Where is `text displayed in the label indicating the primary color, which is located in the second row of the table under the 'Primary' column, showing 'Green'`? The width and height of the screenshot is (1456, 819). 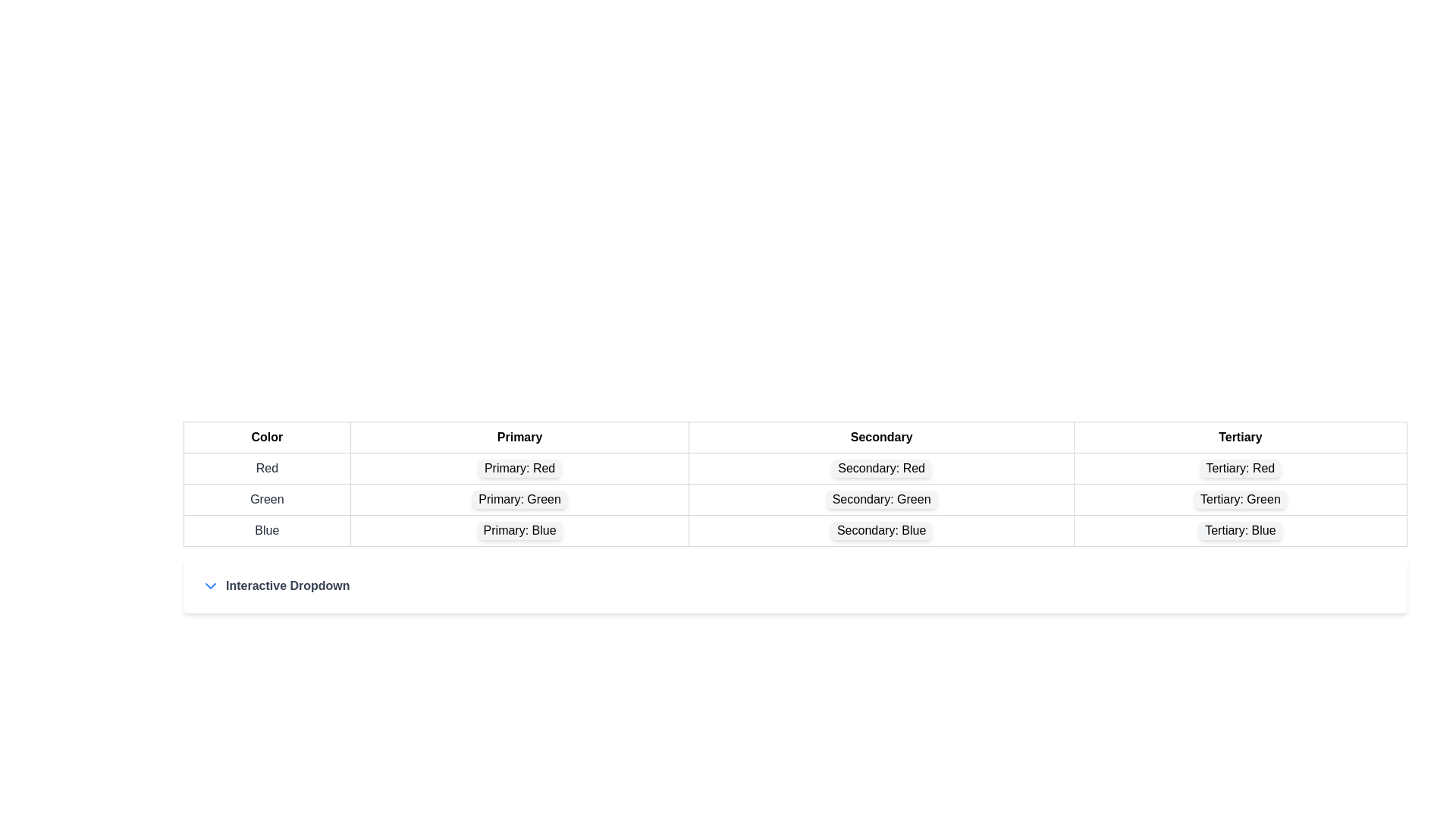 text displayed in the label indicating the primary color, which is located in the second row of the table under the 'Primary' column, showing 'Green' is located at coordinates (519, 500).